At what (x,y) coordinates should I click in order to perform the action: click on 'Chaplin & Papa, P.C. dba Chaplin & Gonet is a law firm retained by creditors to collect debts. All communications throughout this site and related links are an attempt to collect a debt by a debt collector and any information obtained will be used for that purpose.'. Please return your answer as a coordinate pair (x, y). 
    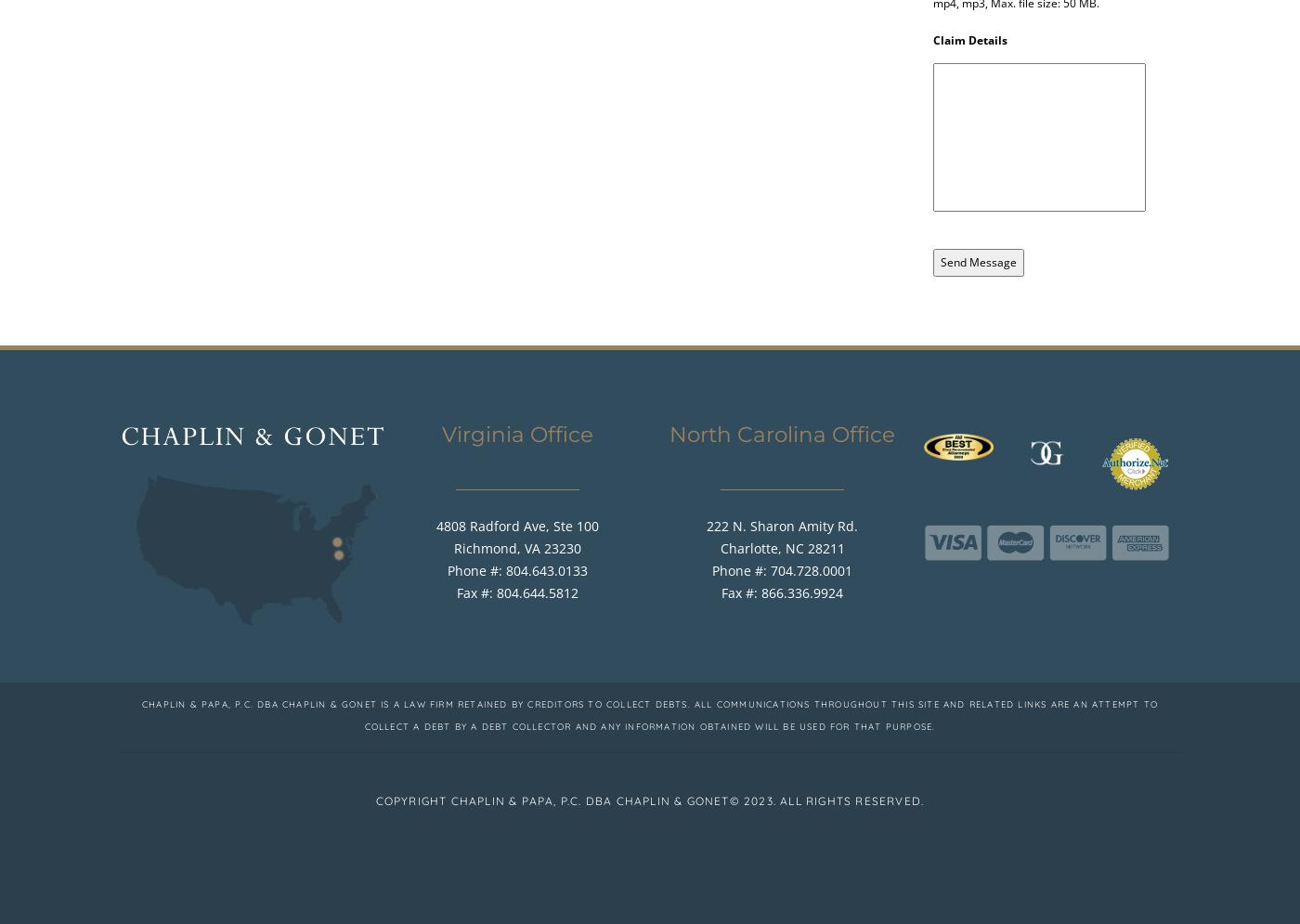
    Looking at the image, I should click on (649, 714).